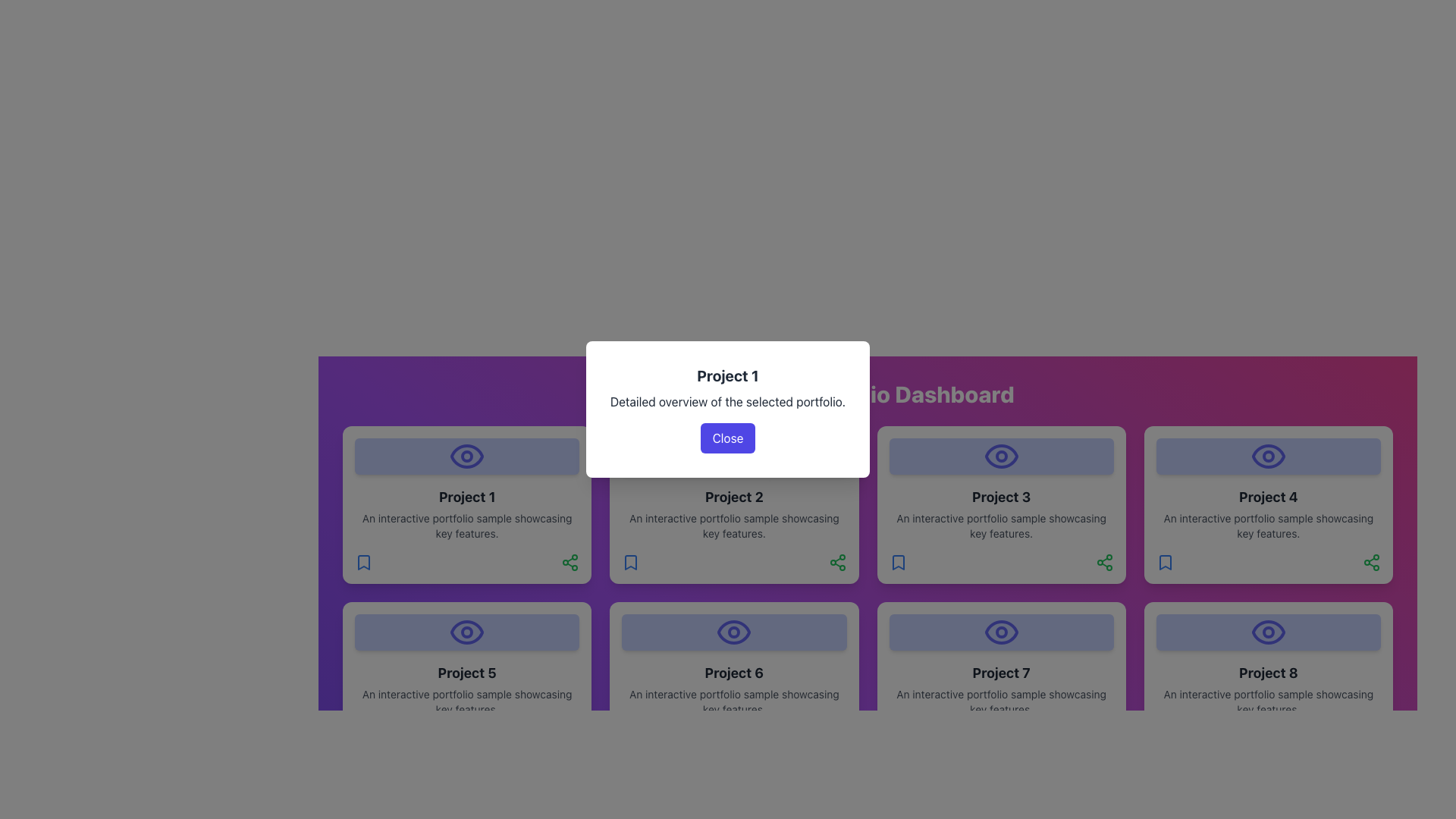 The width and height of the screenshot is (1456, 819). Describe the element at coordinates (1268, 455) in the screenshot. I see `the 'view' or 'preview' icon for the 'Project 4' card, located at the top center of the card` at that location.